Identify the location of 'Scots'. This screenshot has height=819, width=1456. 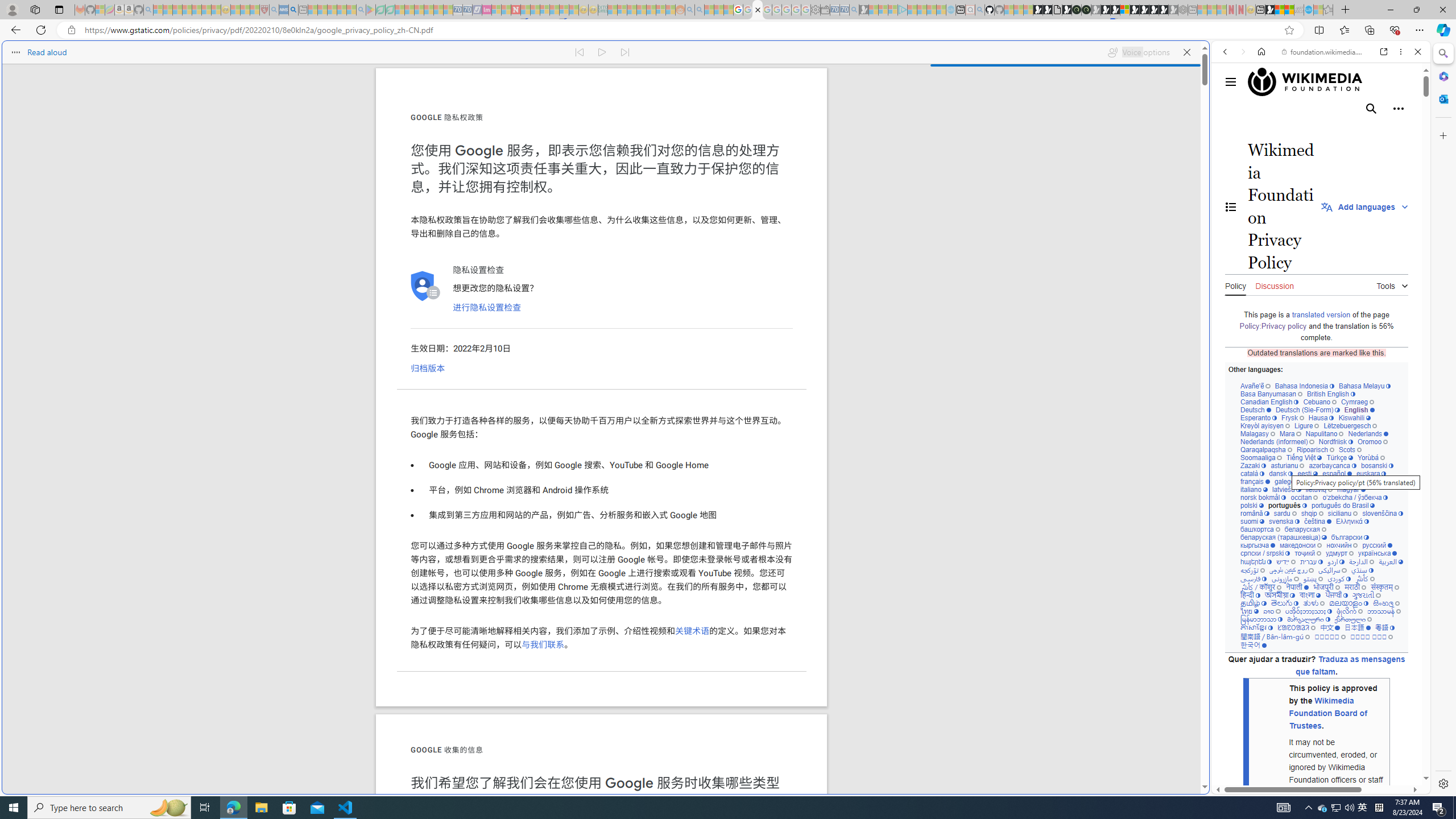
(1350, 449).